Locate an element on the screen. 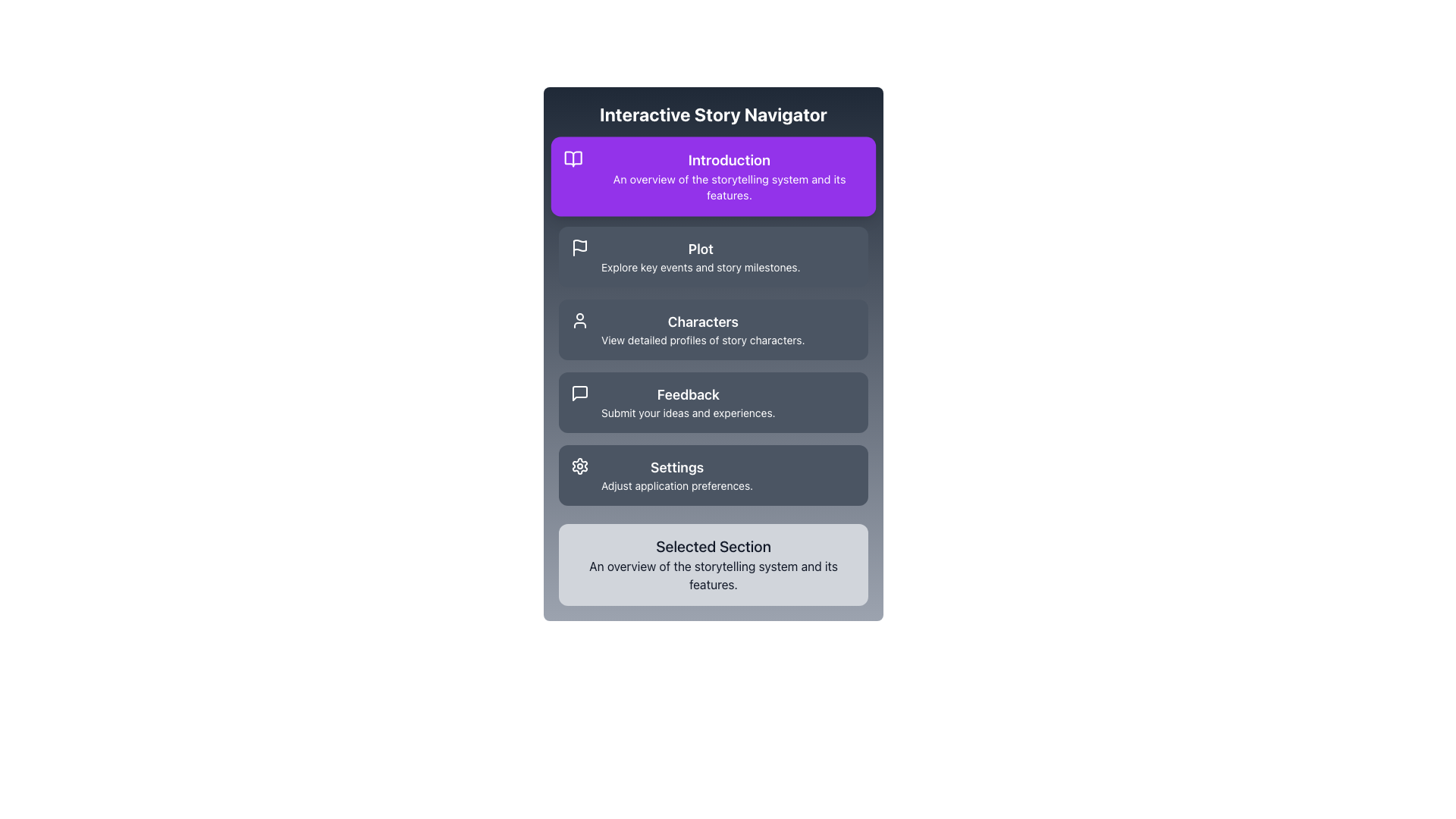 This screenshot has width=1456, height=819. the interactive card in the vertical menu located beneath the 'Interactive Story Navigator' title to receive visual feedback is located at coordinates (712, 321).